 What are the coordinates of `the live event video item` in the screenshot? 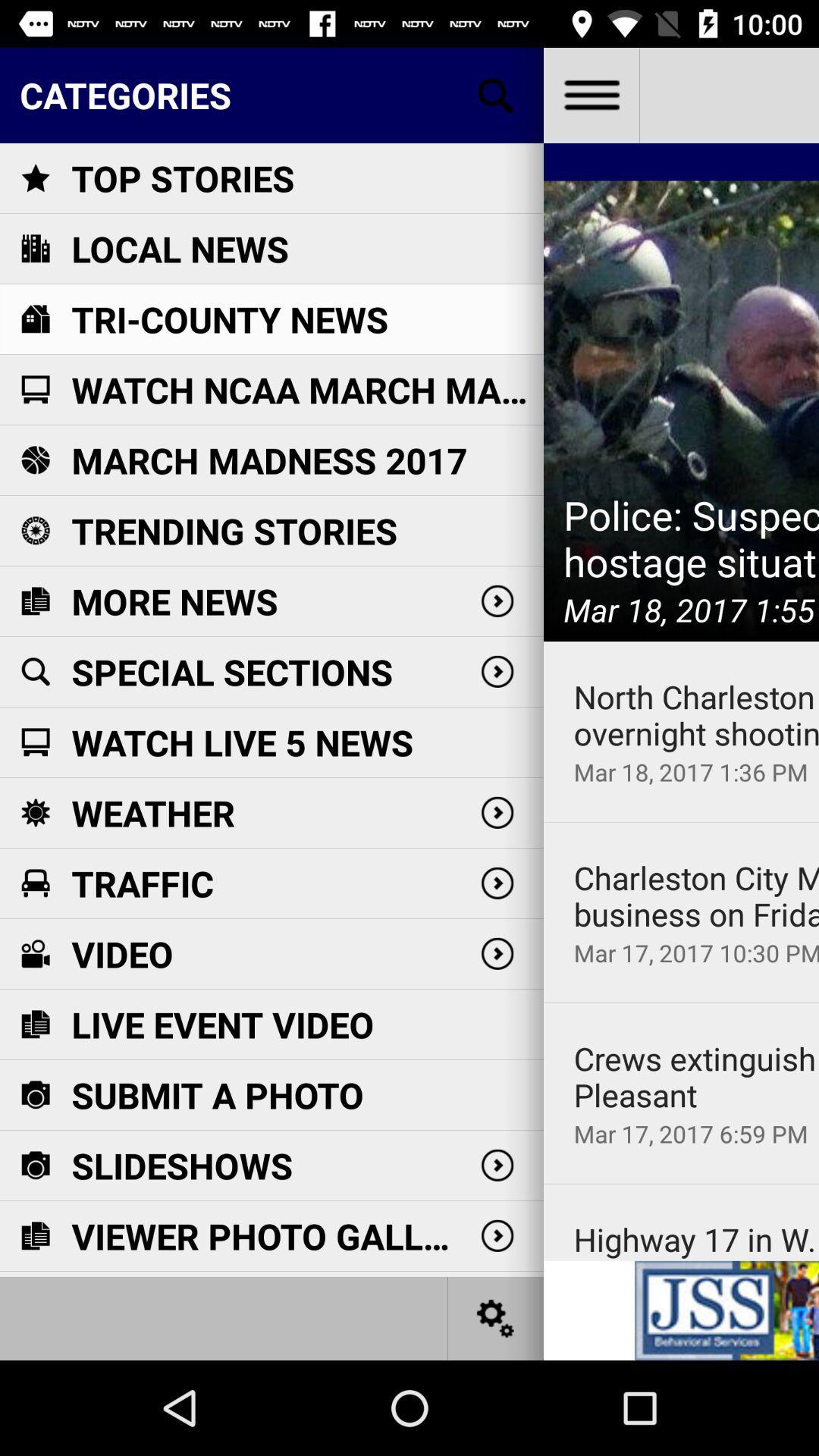 It's located at (222, 1025).